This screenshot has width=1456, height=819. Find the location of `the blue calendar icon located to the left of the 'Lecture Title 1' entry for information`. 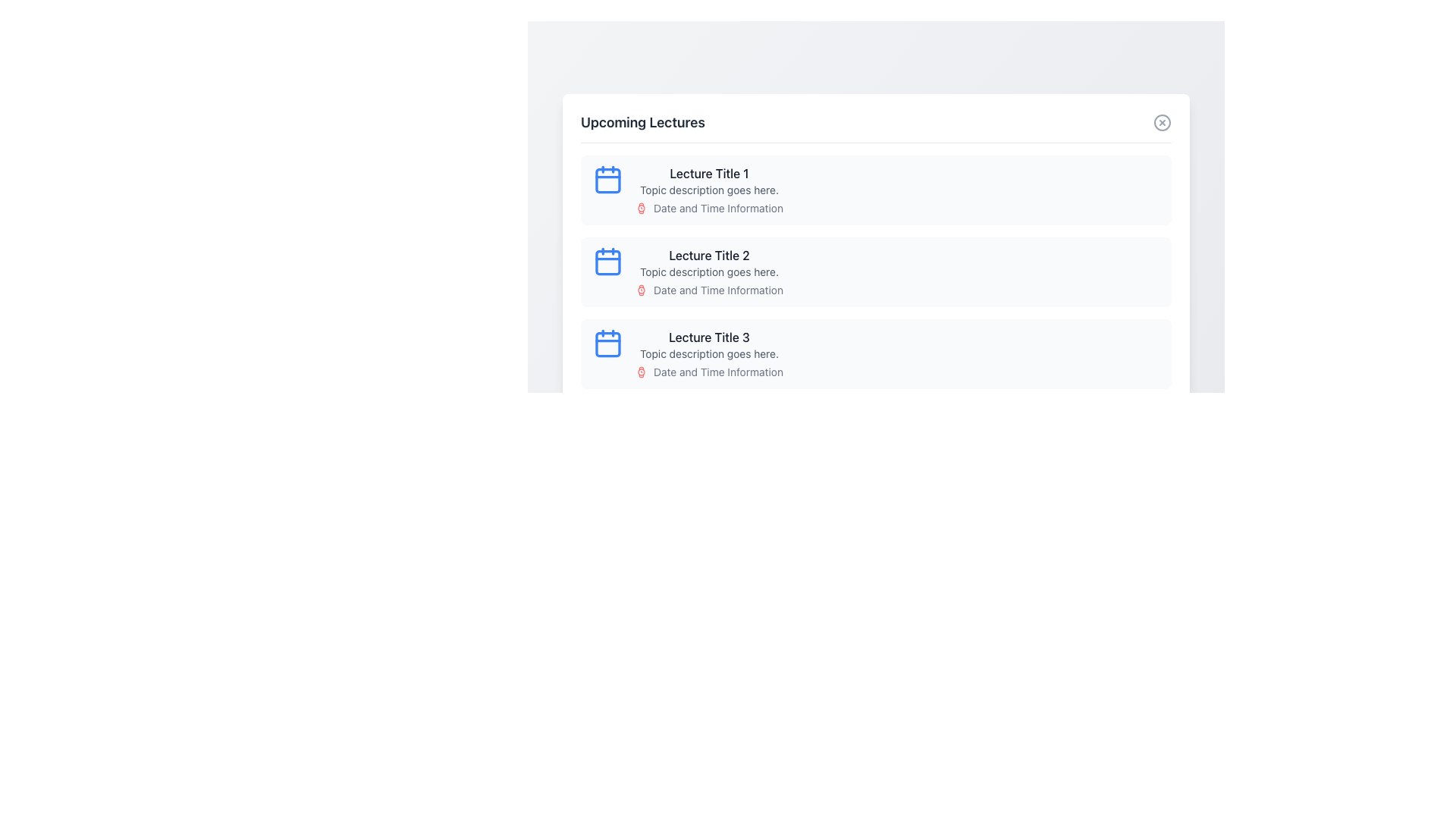

the blue calendar icon located to the left of the 'Lecture Title 1' entry for information is located at coordinates (607, 178).